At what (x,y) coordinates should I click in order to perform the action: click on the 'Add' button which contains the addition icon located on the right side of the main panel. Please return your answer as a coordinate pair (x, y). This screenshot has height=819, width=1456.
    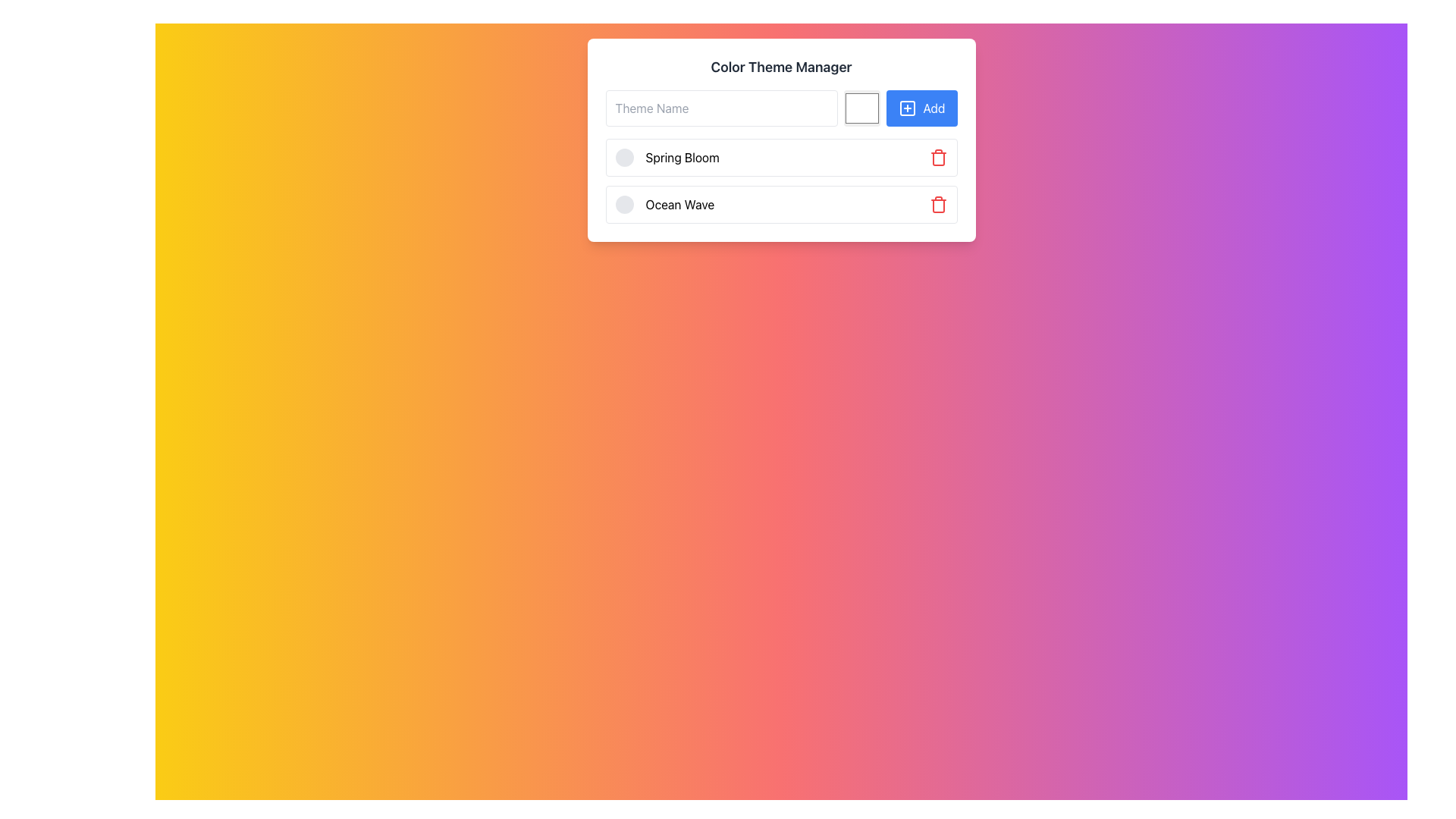
    Looking at the image, I should click on (908, 107).